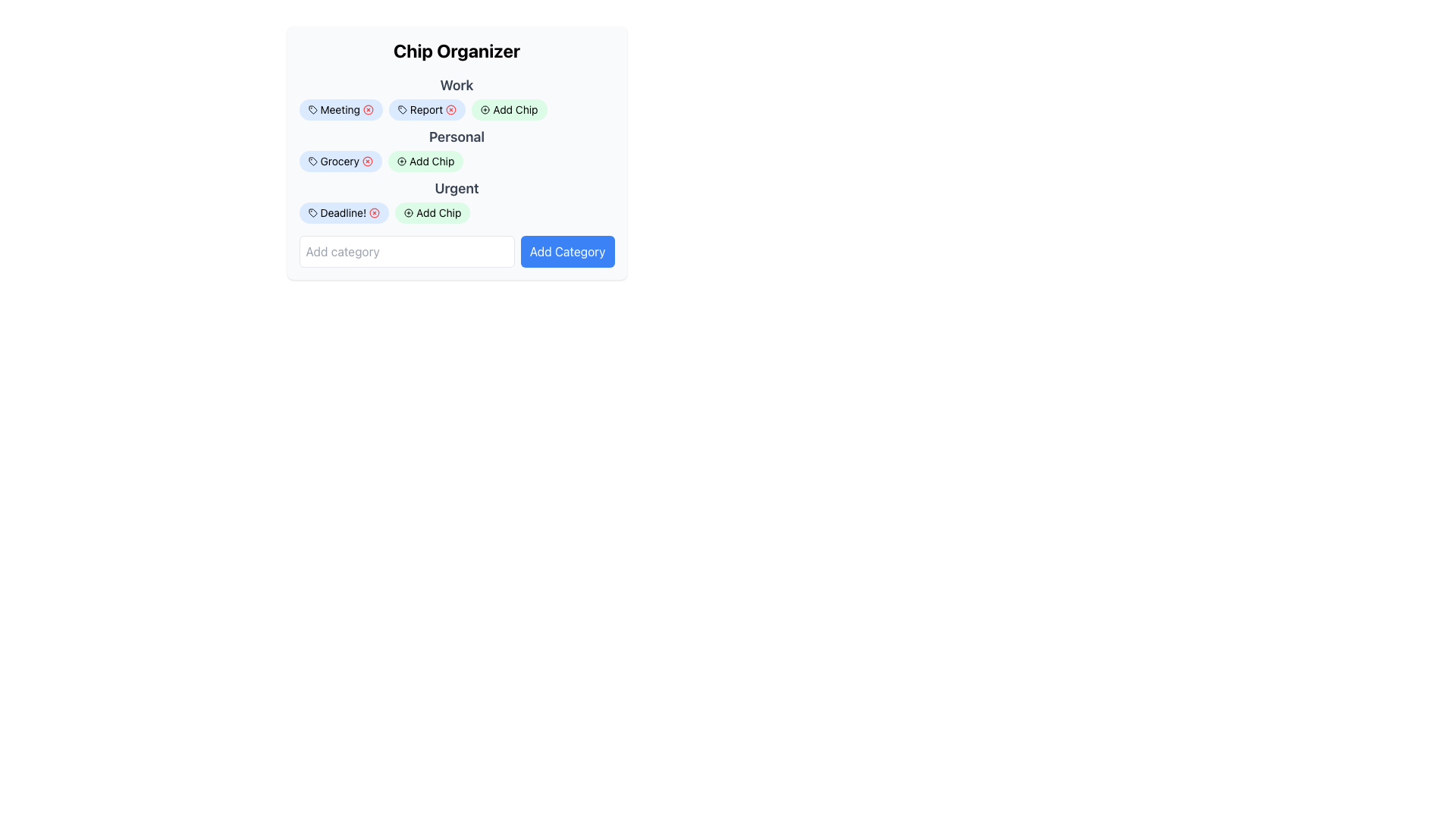 Image resolution: width=1456 pixels, height=819 pixels. What do you see at coordinates (456, 188) in the screenshot?
I see `the primary header text label that indicates urgency, positioned centrally above subsections like 'Deadline!' and 'Add Chip'` at bounding box center [456, 188].